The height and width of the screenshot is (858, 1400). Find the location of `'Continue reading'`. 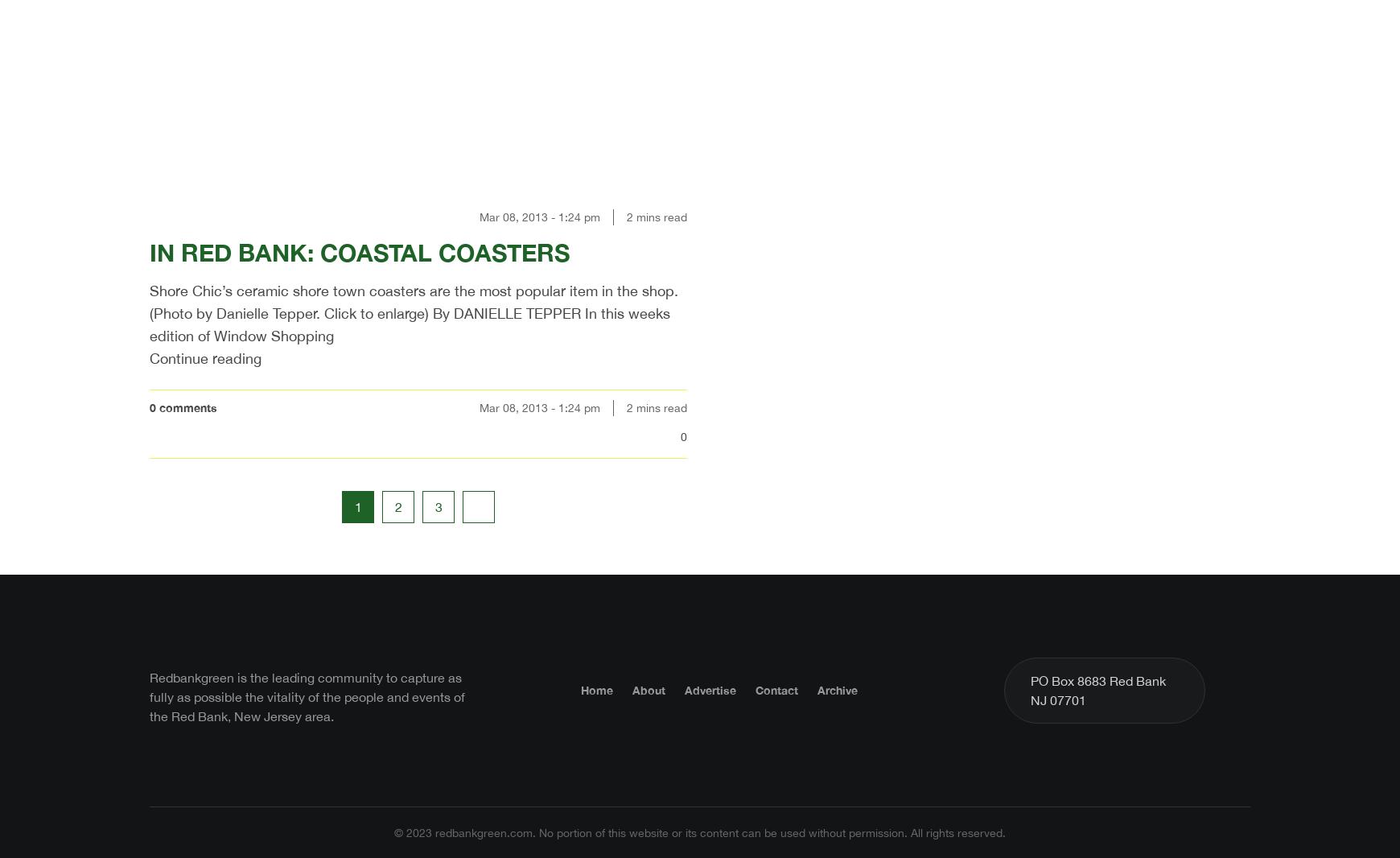

'Continue reading' is located at coordinates (205, 357).